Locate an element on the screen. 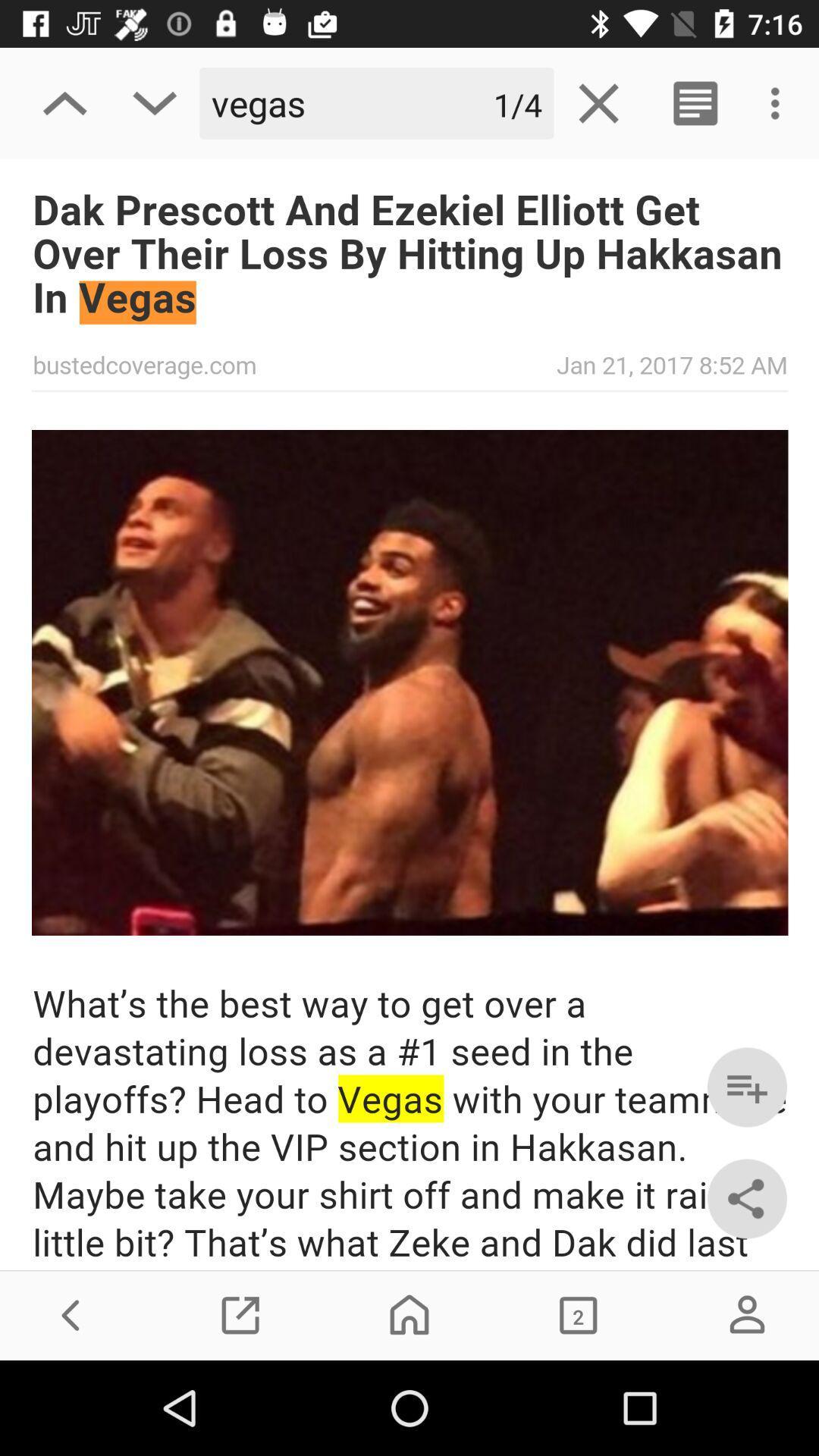  the wallpaper icon is located at coordinates (578, 1314).